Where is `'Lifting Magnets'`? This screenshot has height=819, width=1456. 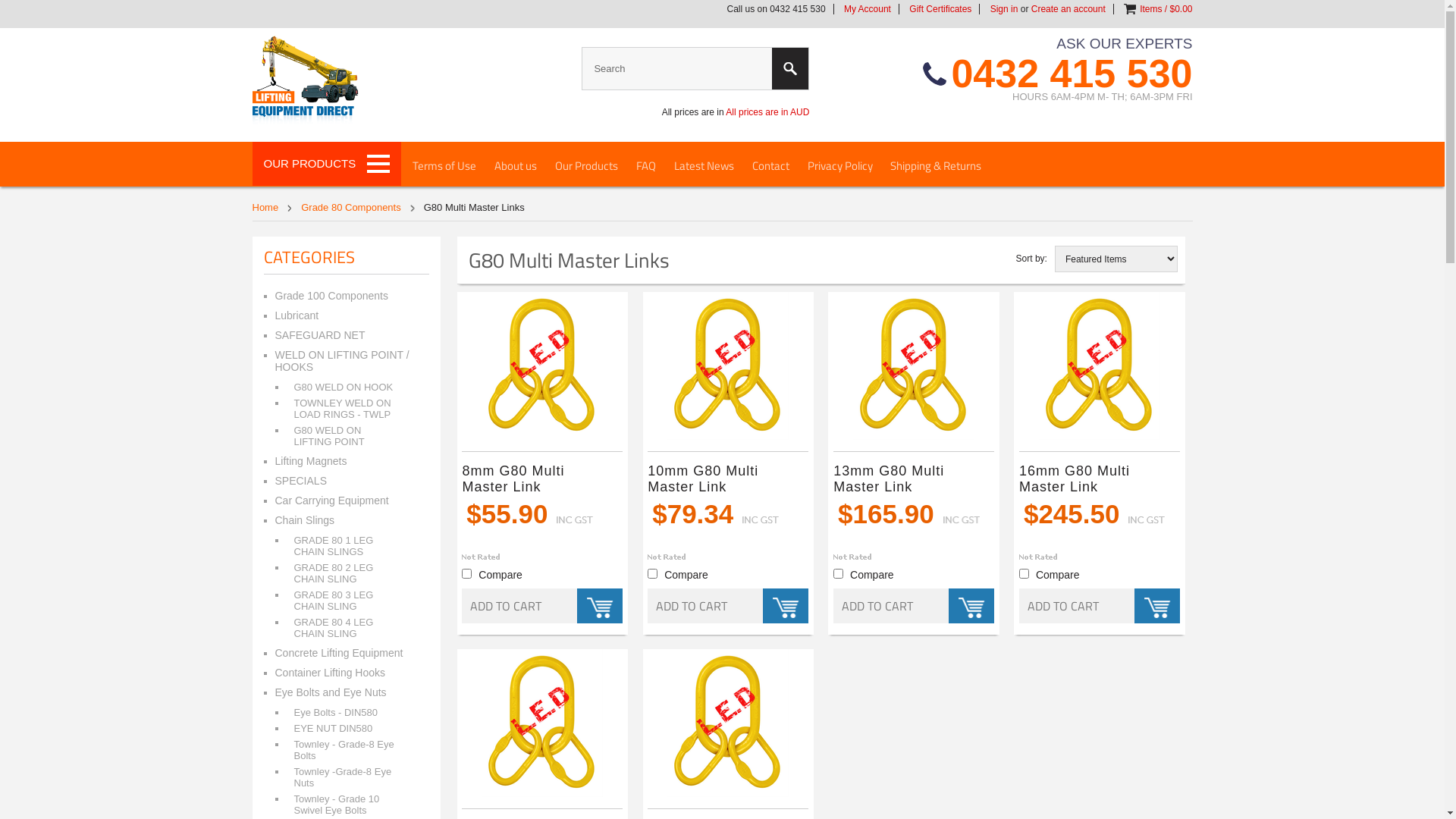 'Lifting Magnets' is located at coordinates (343, 460).